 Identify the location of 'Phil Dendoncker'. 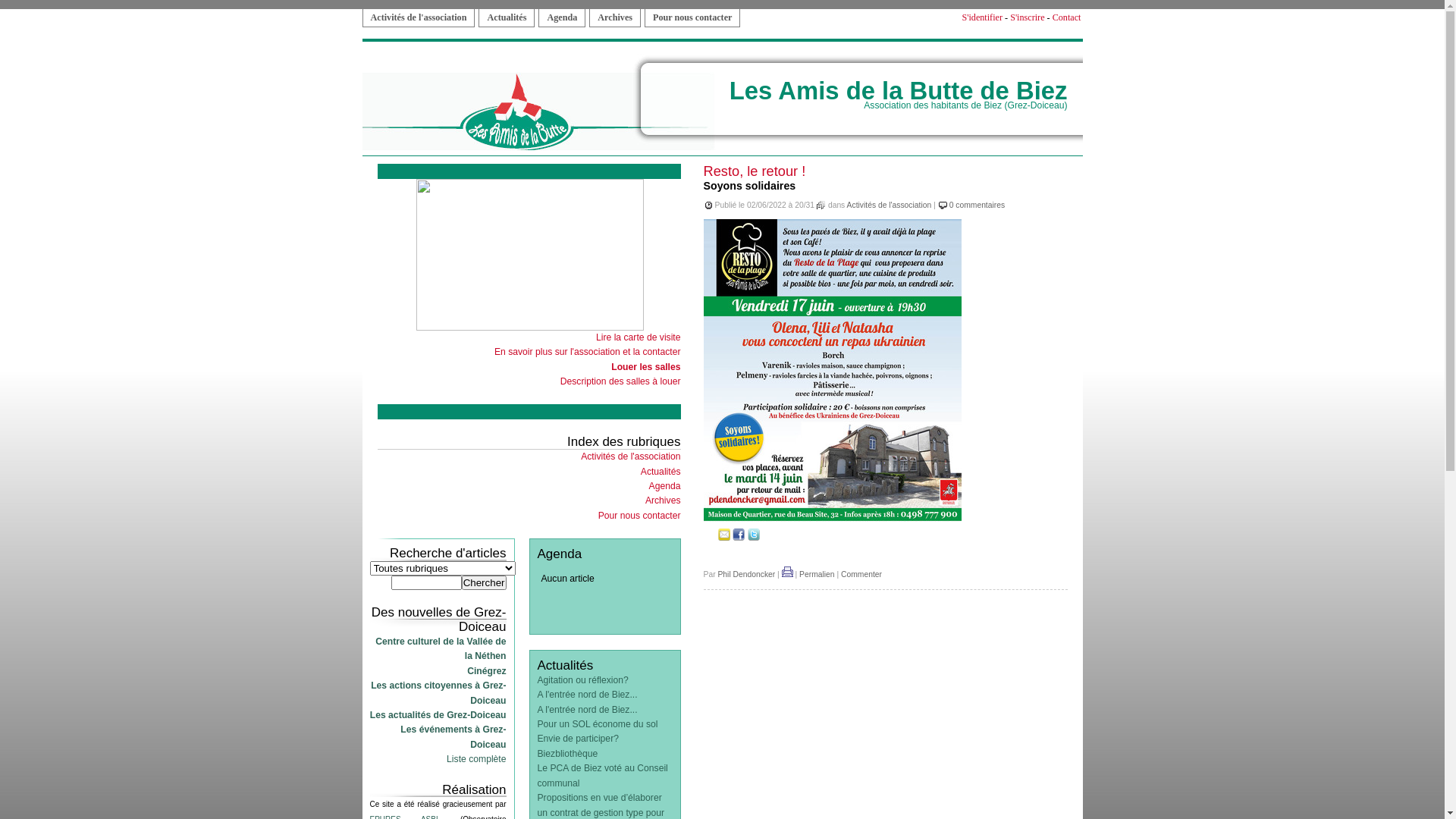
(745, 574).